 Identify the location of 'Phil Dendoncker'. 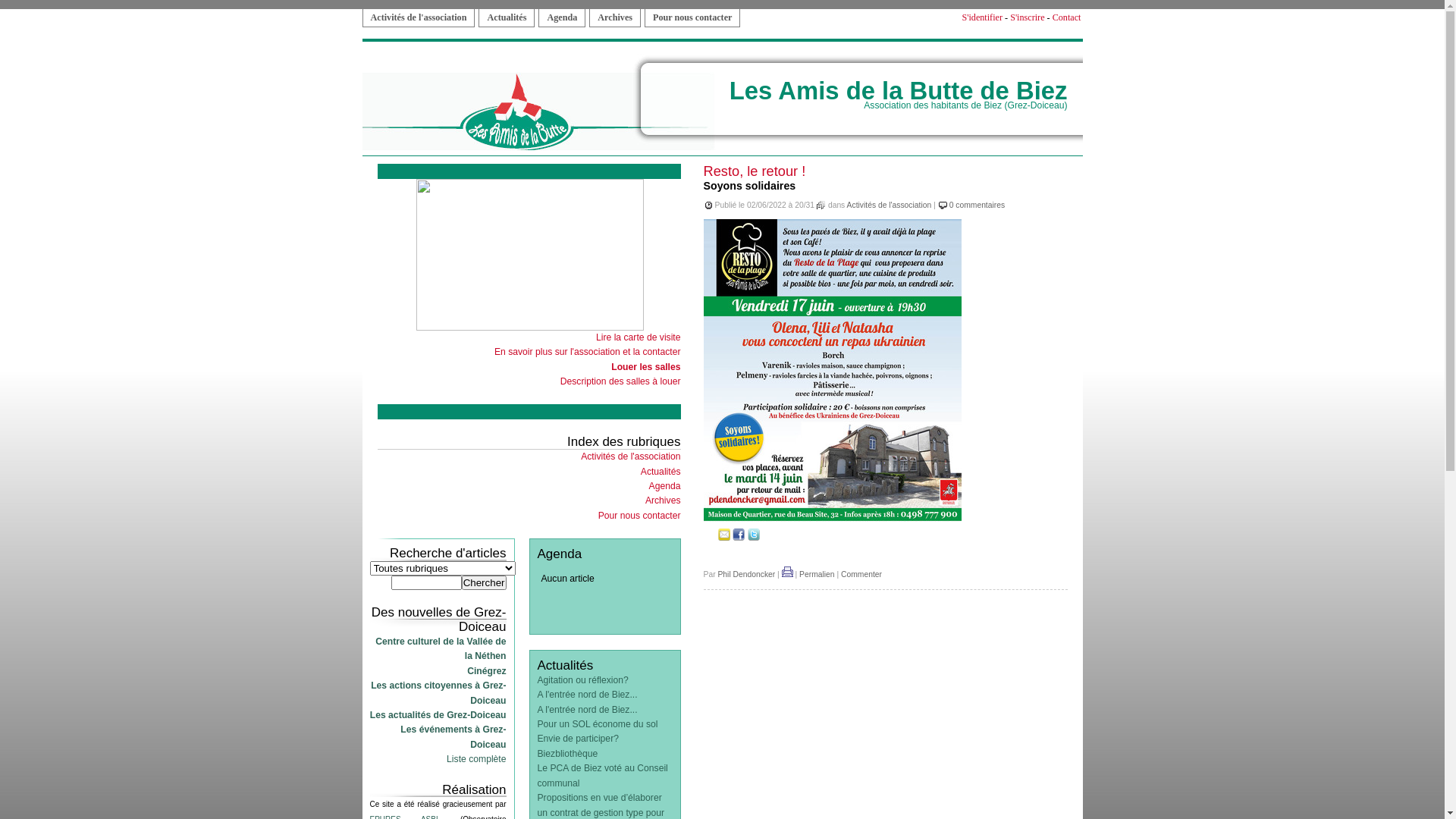
(745, 574).